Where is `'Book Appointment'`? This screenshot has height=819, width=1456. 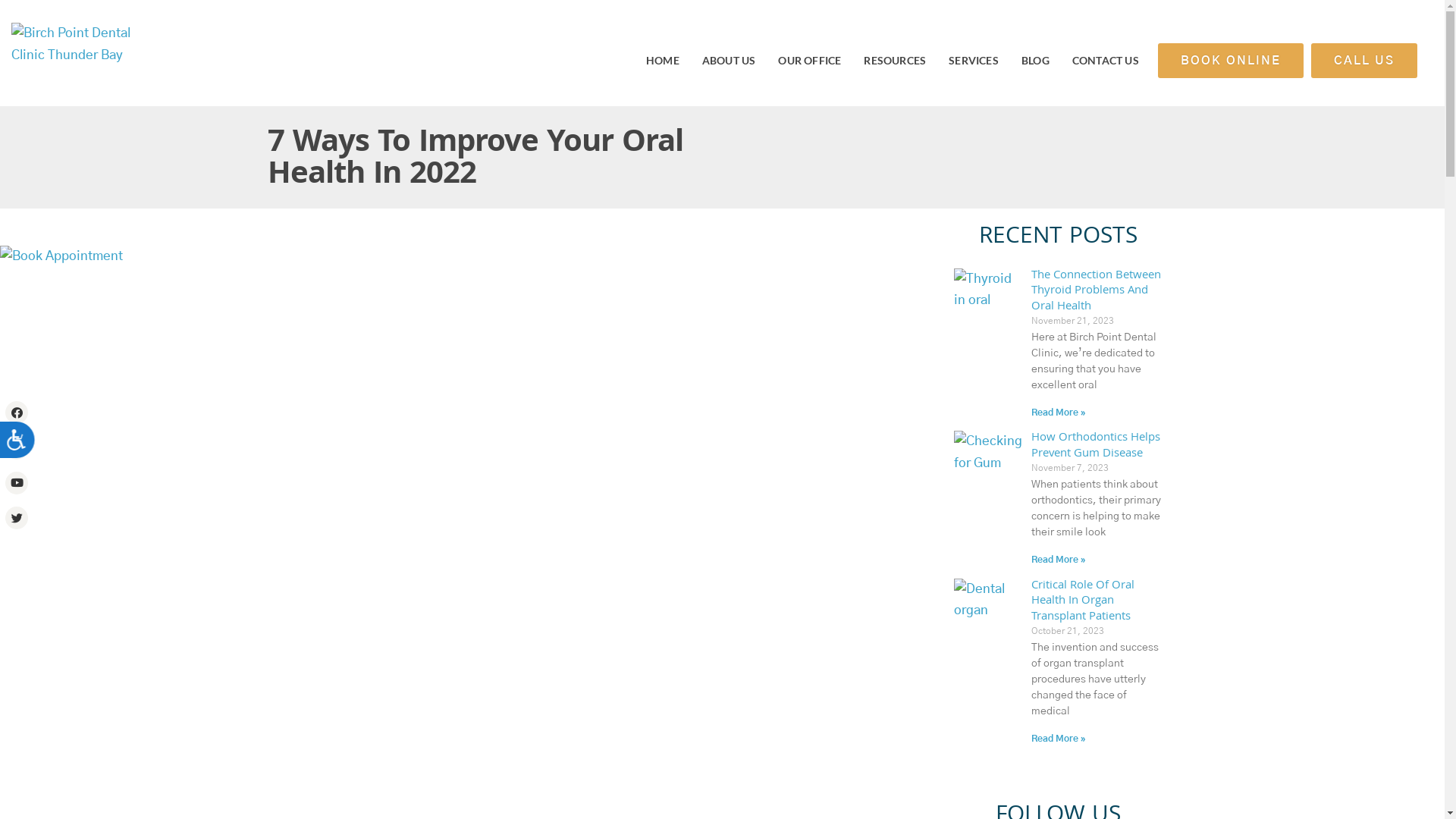
'Book Appointment' is located at coordinates (0, 256).